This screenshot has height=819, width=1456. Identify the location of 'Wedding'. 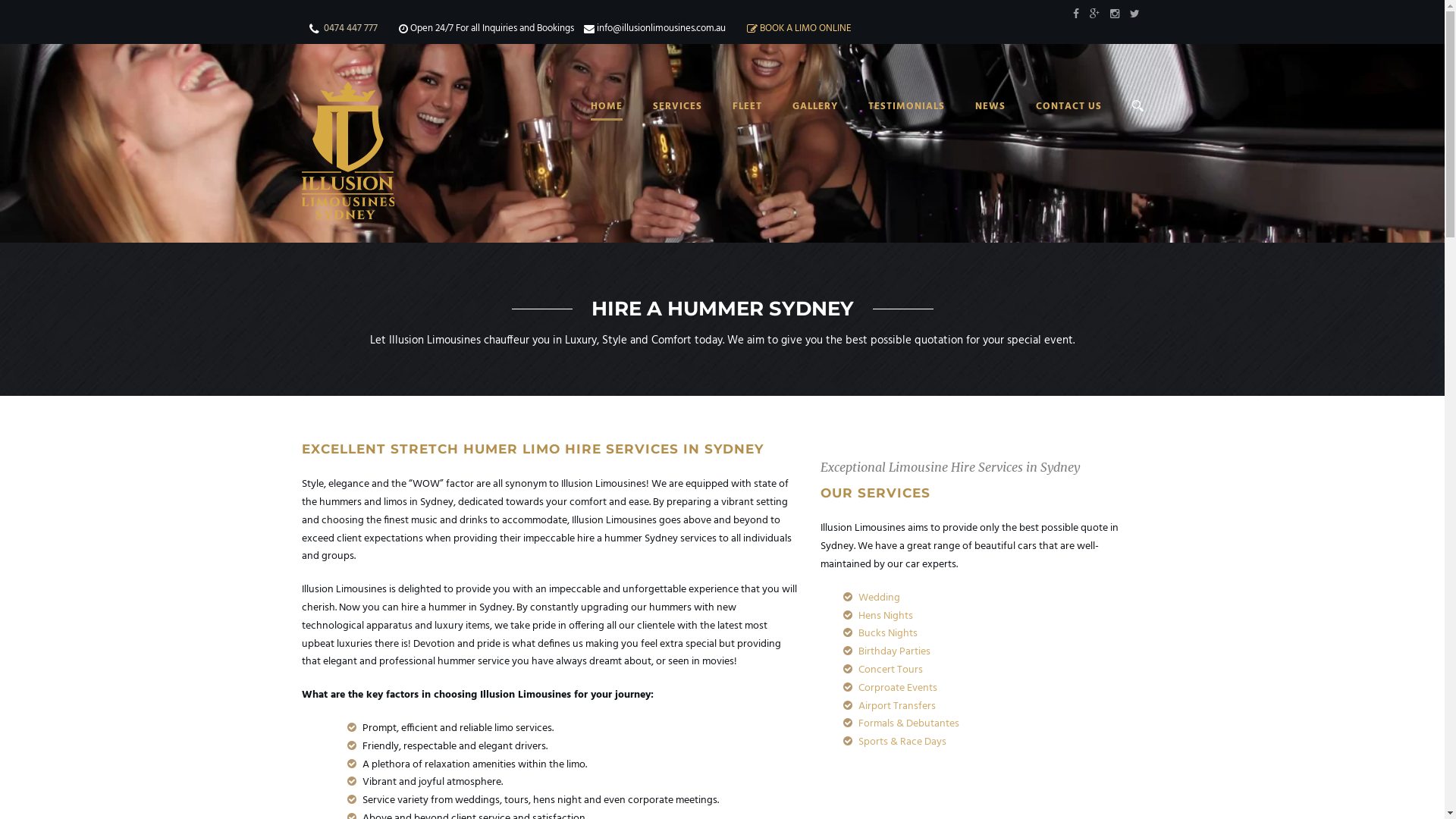
(879, 597).